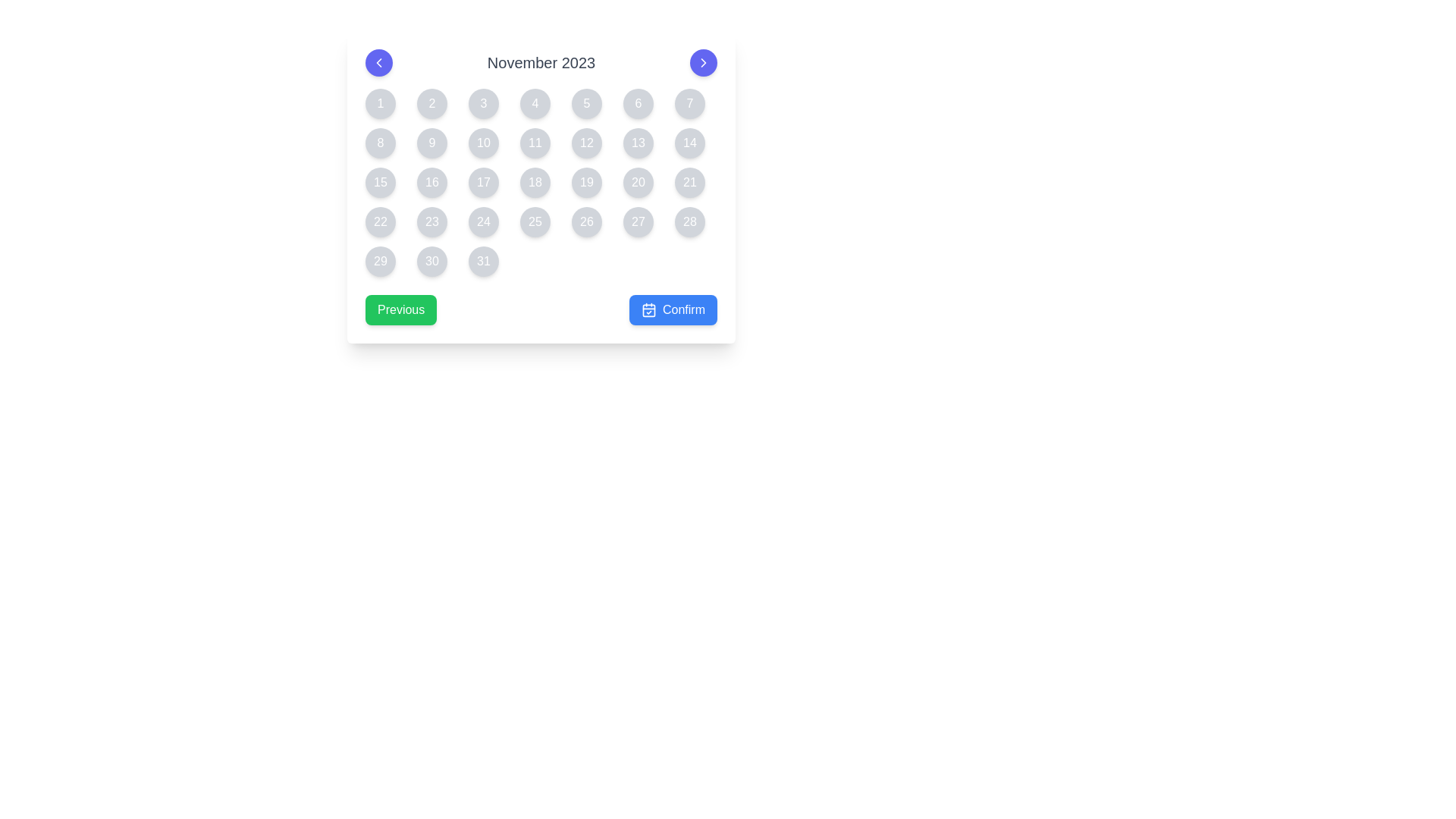 This screenshot has height=819, width=1456. I want to click on the circular button with the number '20' in the calendar interface to change its background color, so click(638, 181).